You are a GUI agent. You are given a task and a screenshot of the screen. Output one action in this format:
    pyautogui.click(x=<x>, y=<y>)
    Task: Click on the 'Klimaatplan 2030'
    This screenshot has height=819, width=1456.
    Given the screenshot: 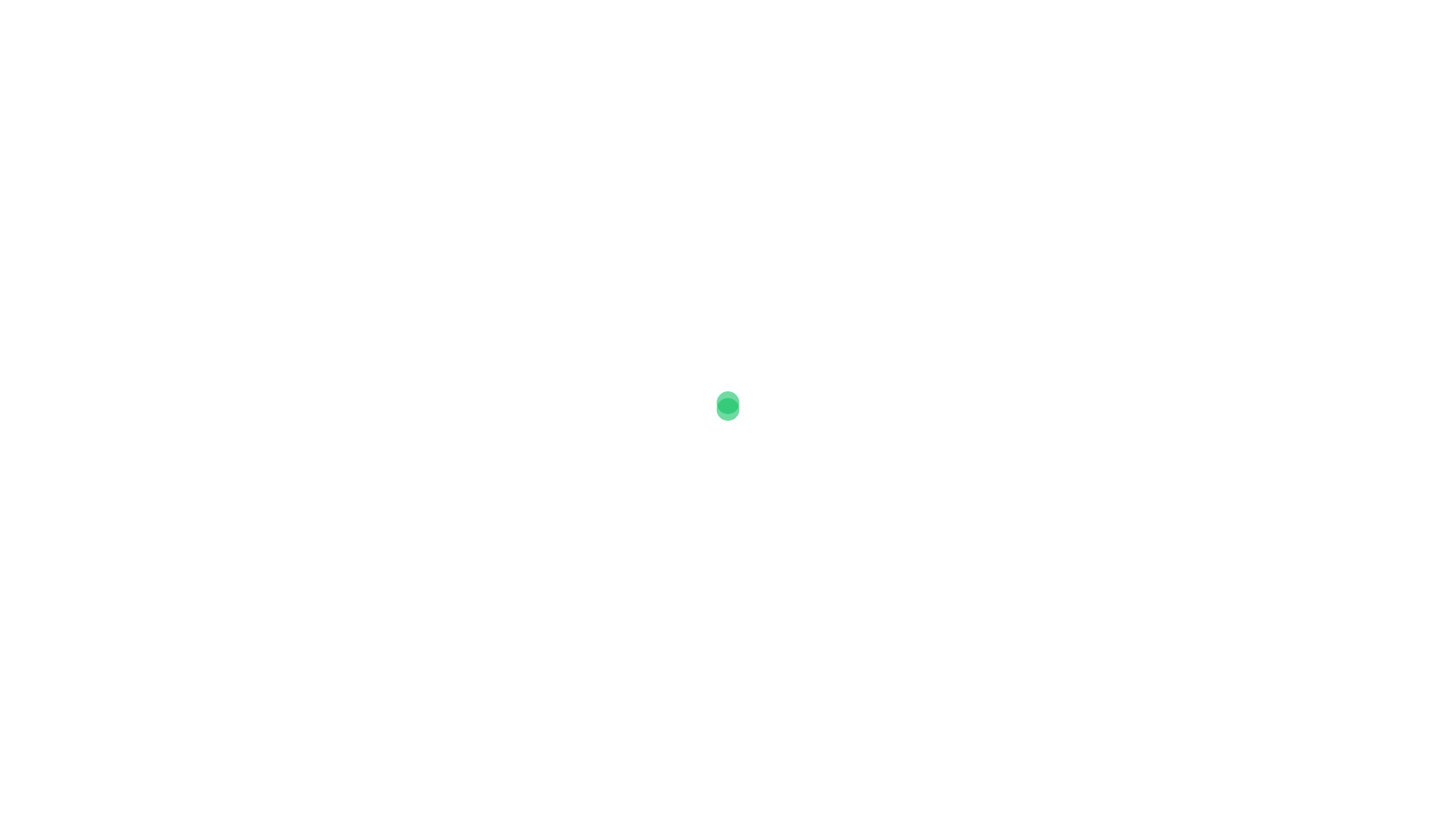 What is the action you would take?
    pyautogui.click(x=824, y=27)
    